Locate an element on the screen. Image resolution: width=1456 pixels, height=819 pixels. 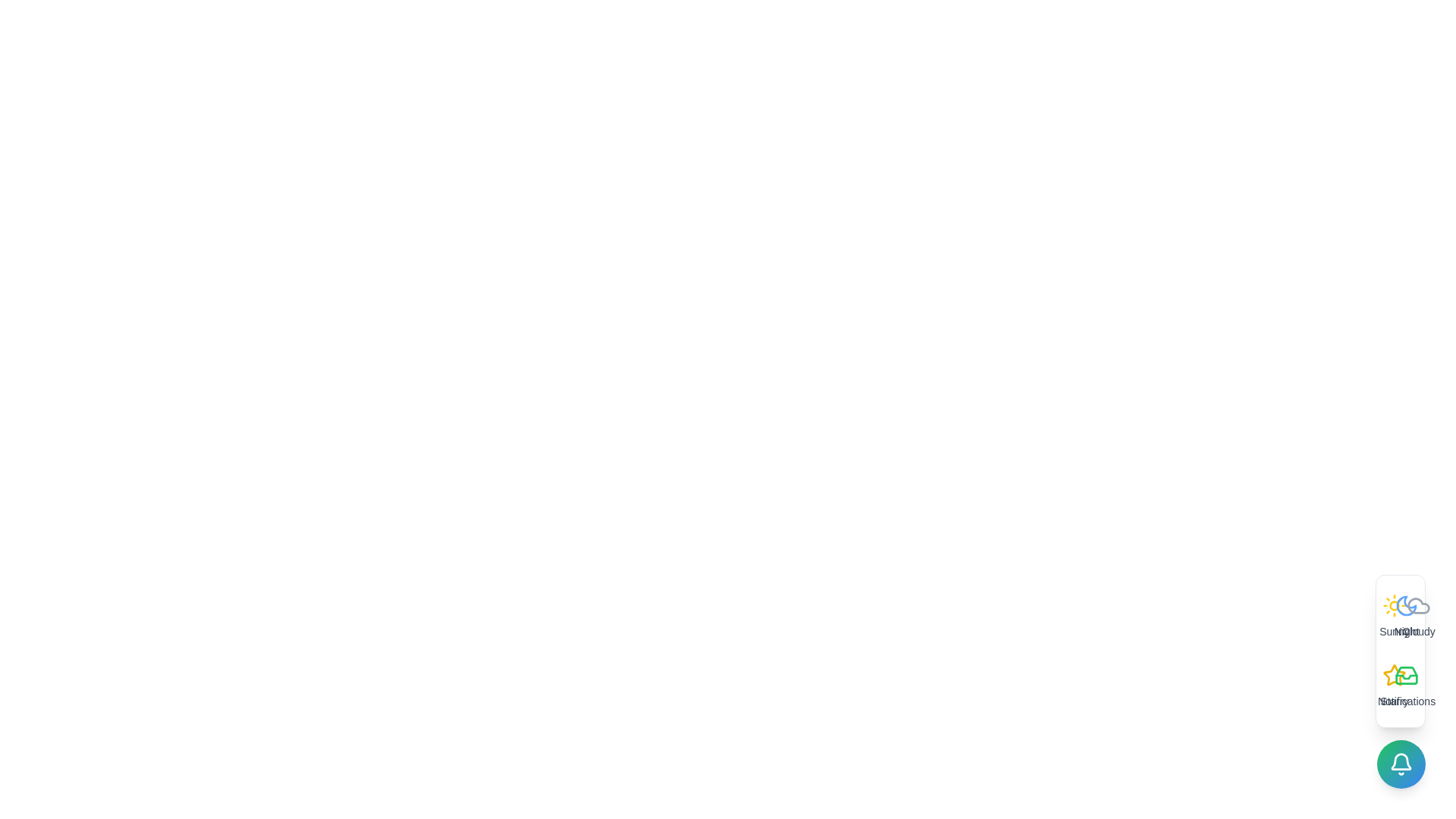
the option labeled Cloudy by clicking its icon and label is located at coordinates (1418, 617).